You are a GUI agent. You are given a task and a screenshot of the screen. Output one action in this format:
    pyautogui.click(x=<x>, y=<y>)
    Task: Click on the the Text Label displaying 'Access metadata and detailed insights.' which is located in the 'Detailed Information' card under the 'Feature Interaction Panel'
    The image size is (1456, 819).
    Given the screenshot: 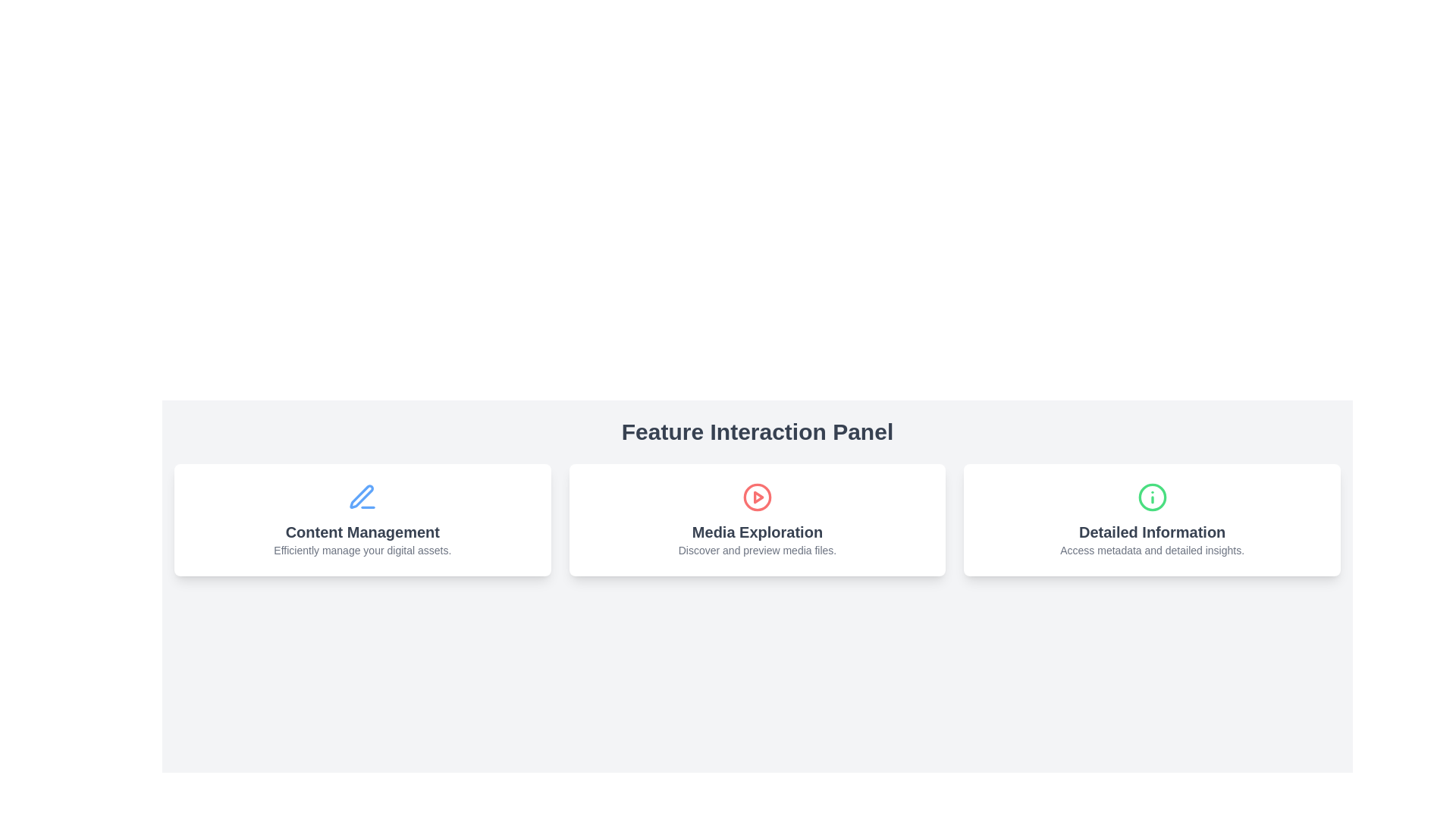 What is the action you would take?
    pyautogui.click(x=1152, y=550)
    